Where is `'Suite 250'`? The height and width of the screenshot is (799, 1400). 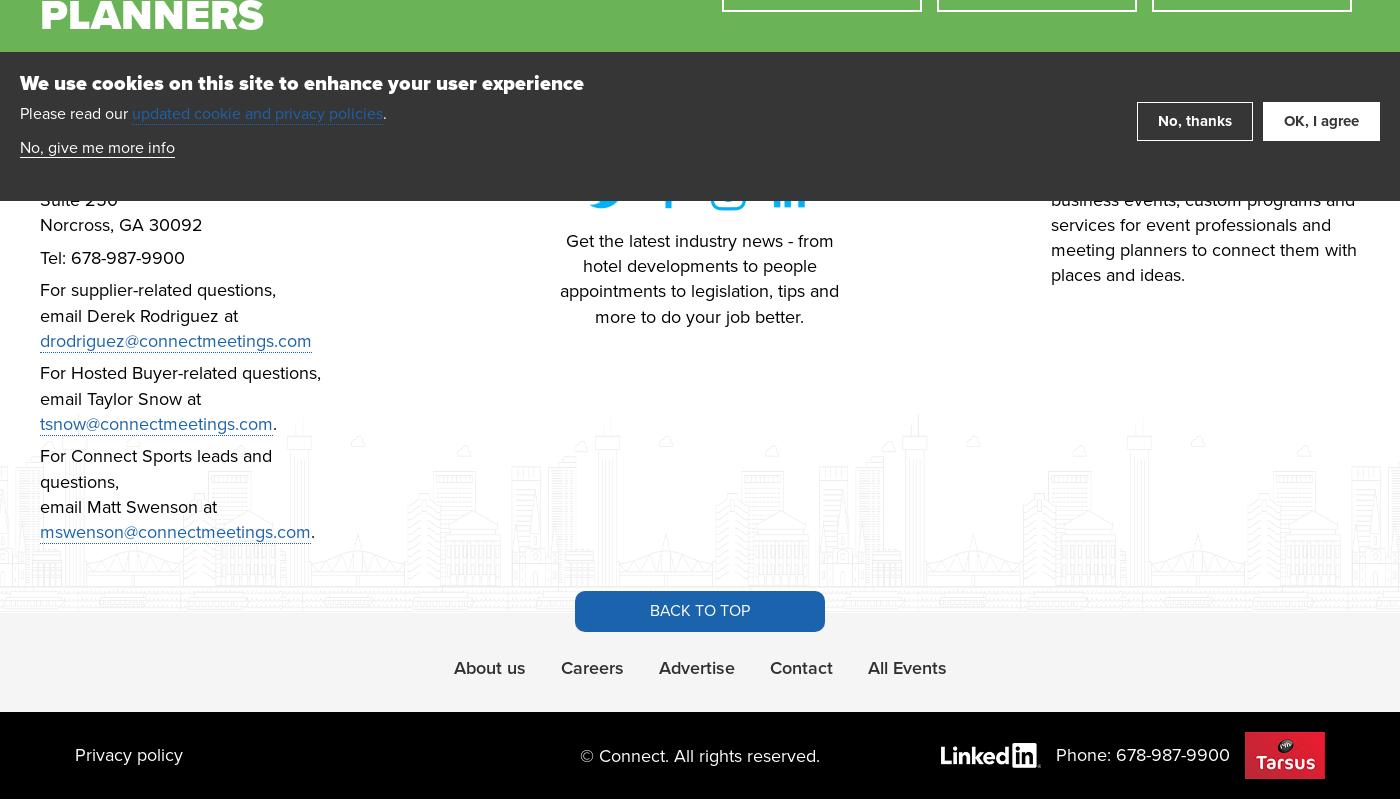
'Suite 250' is located at coordinates (78, 199).